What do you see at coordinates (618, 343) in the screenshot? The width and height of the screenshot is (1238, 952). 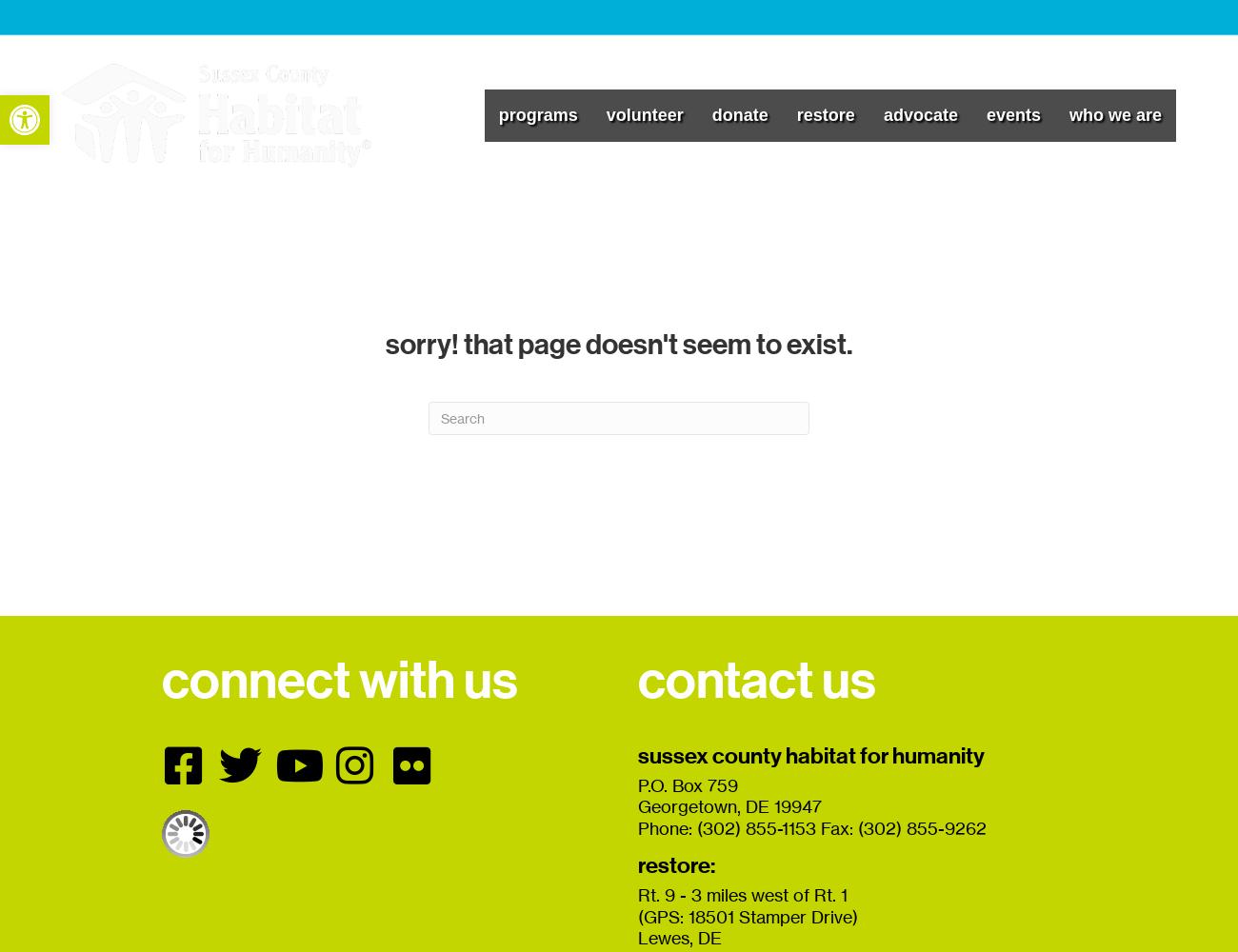 I see `'Sorry! That page doesn't seem to exist.'` at bounding box center [618, 343].